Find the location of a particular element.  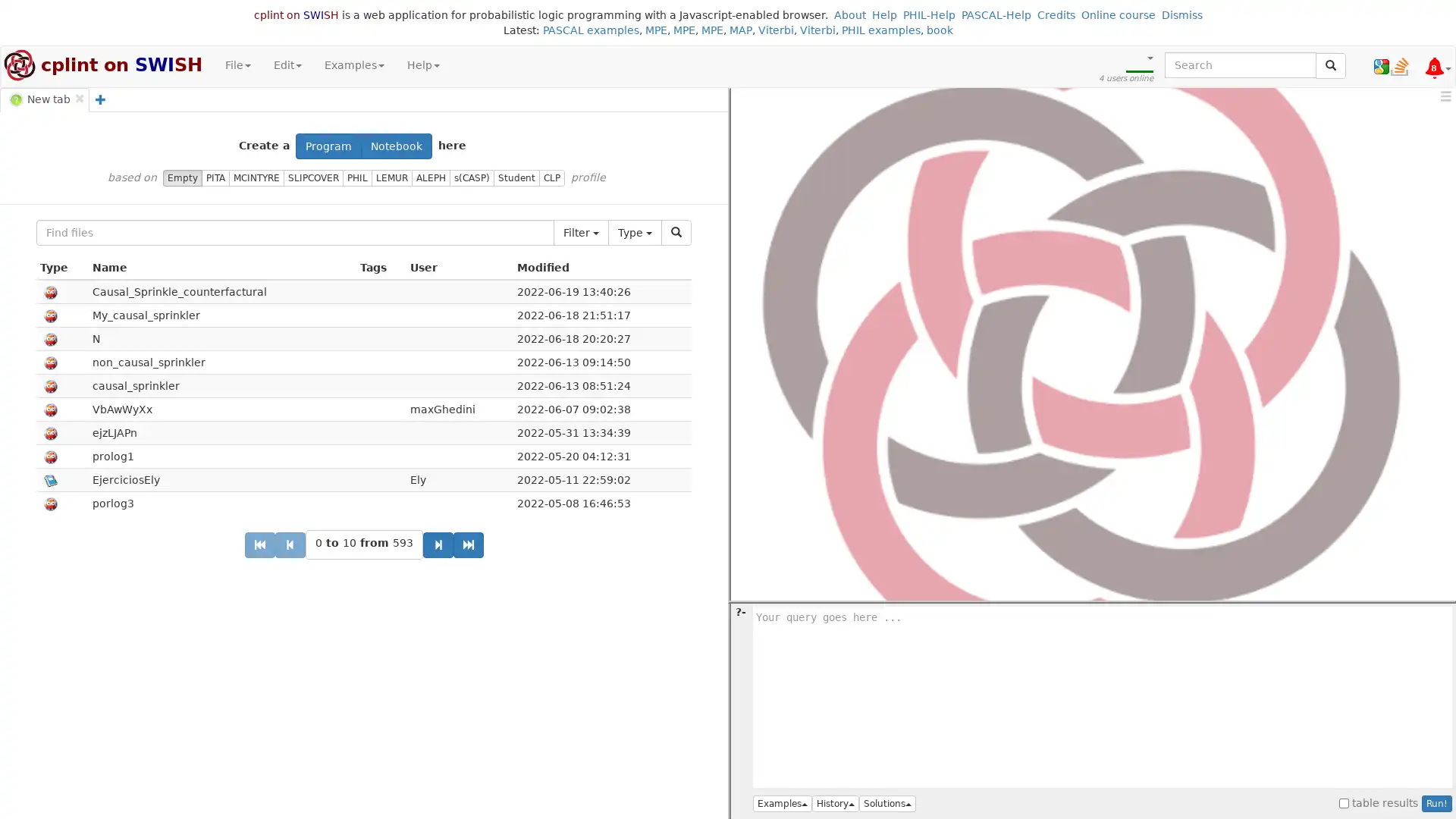

Program is located at coordinates (328, 146).